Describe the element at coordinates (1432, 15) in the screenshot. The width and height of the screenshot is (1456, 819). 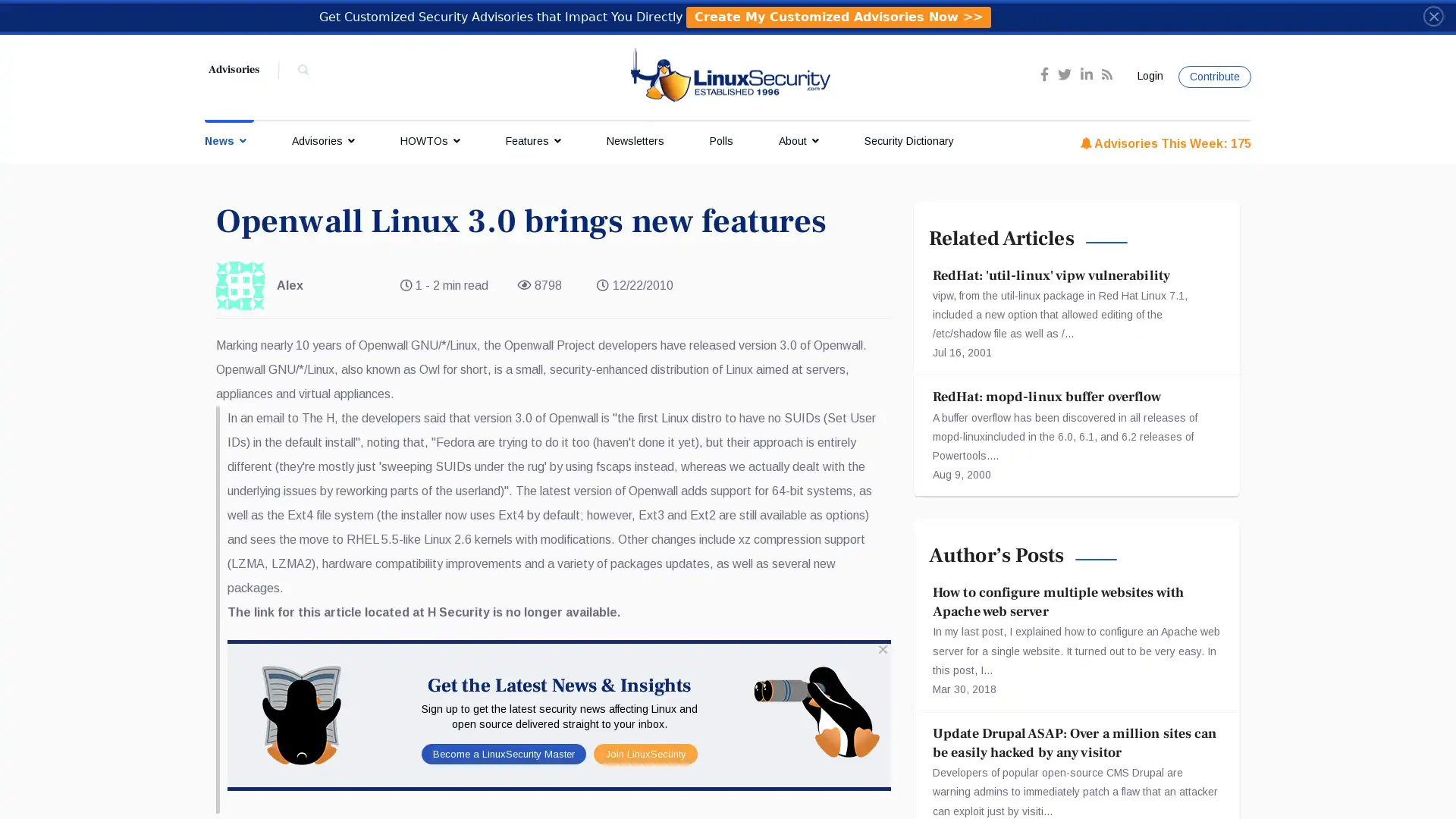
I see `Close` at that location.